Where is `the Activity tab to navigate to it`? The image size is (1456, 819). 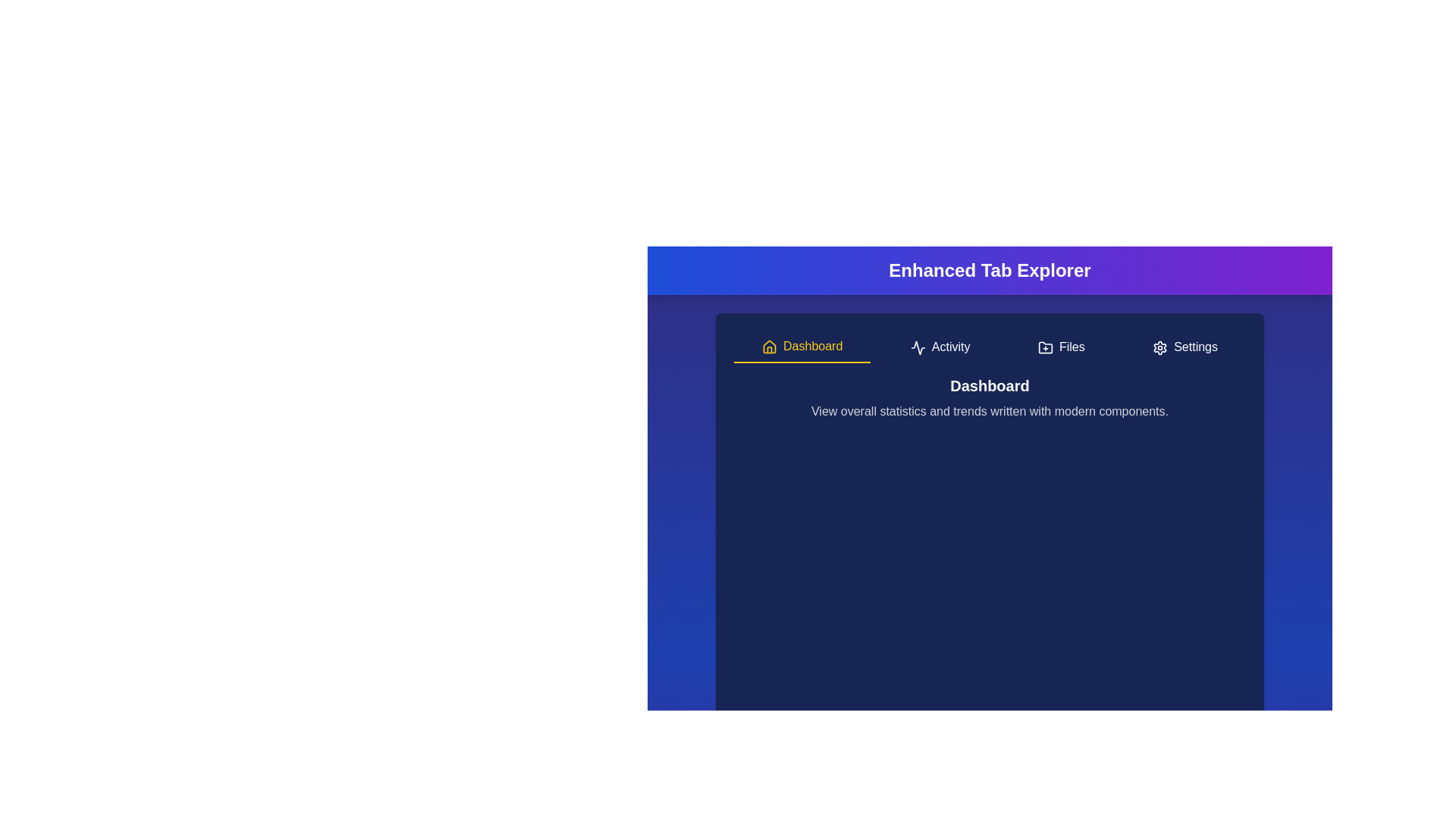 the Activity tab to navigate to it is located at coordinates (940, 347).